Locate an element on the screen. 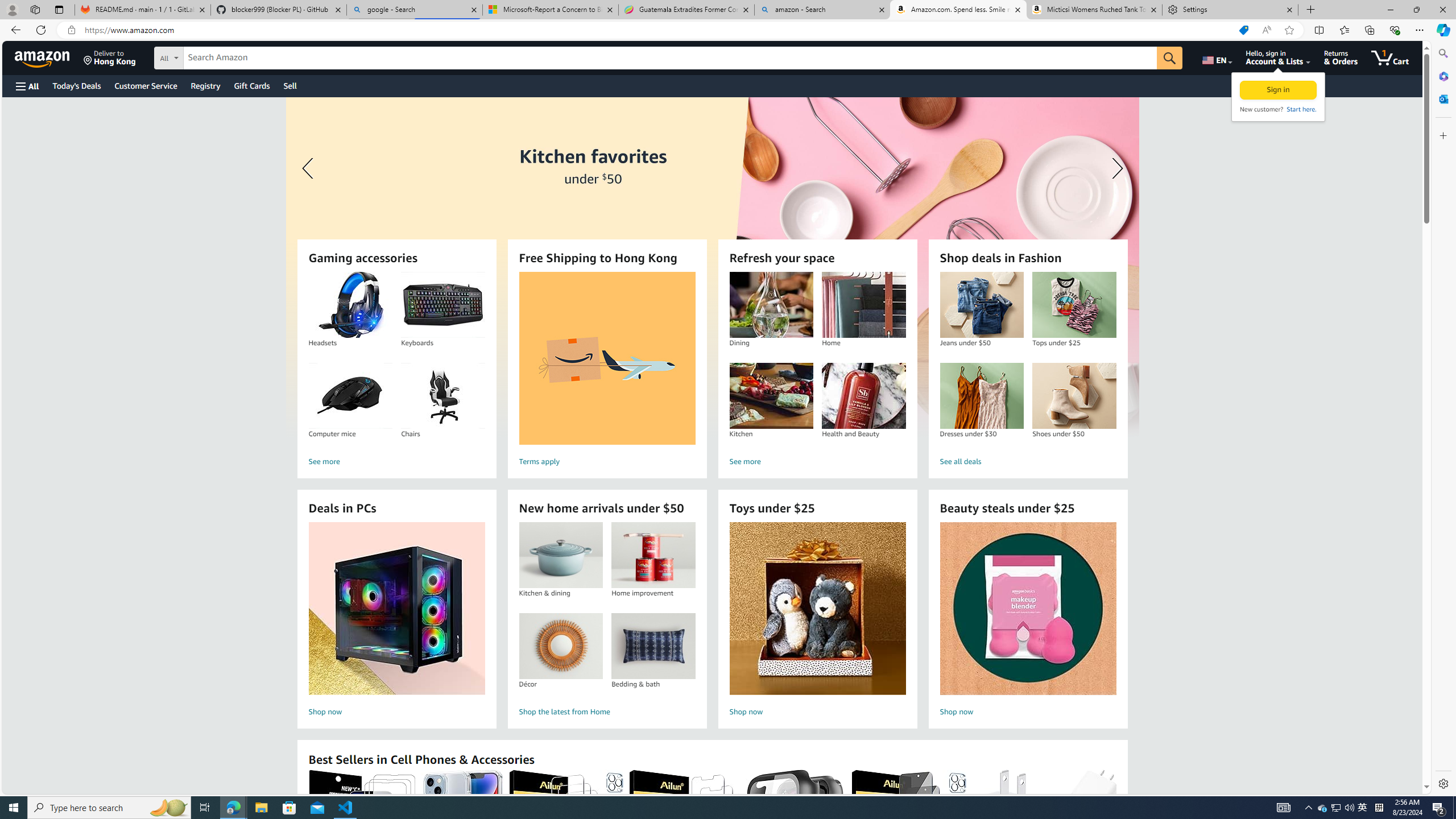 This screenshot has width=1456, height=819. 'Kitchen & dining' is located at coordinates (560, 555).